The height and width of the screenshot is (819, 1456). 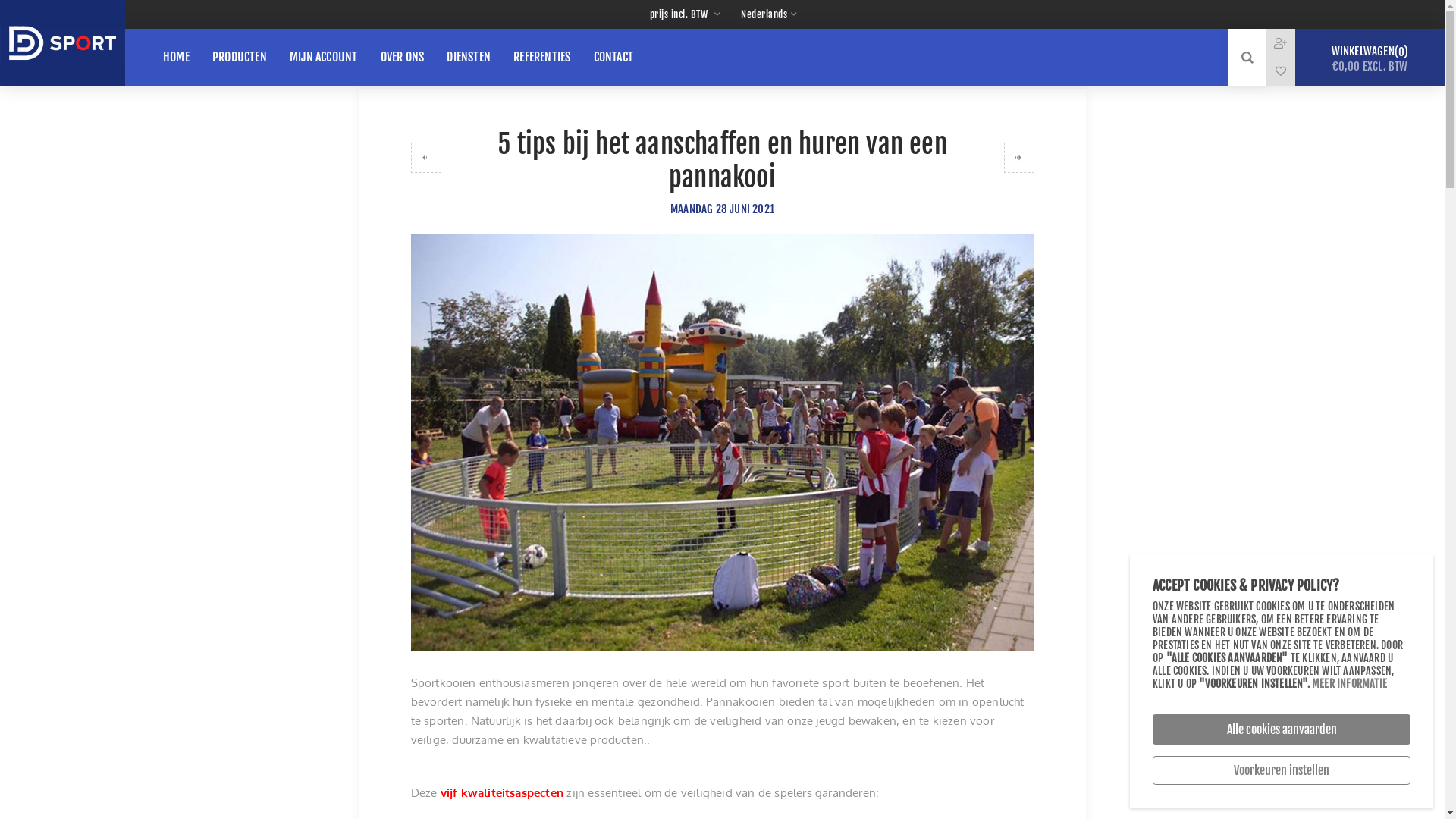 What do you see at coordinates (1280, 770) in the screenshot?
I see `'Voorkeuren instellen'` at bounding box center [1280, 770].